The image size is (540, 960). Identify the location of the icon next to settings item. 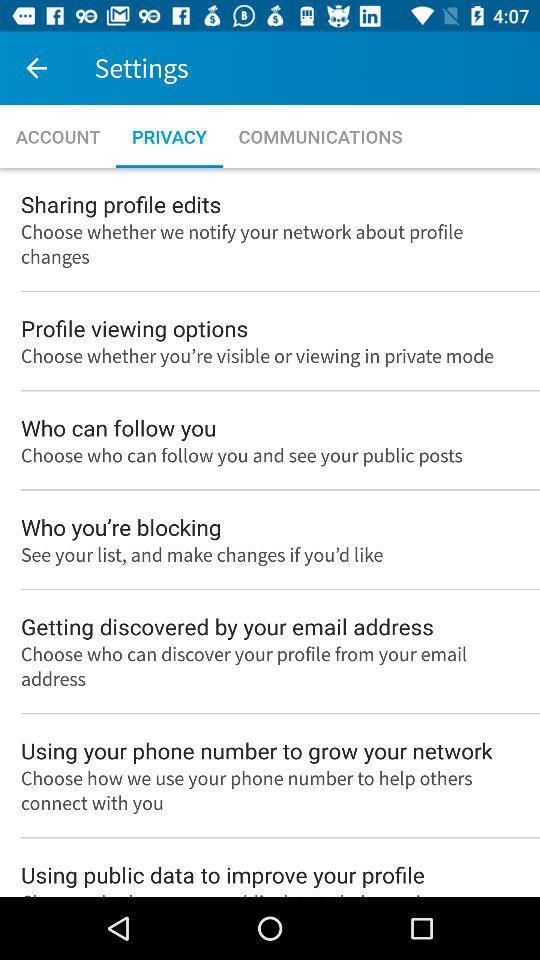
(36, 68).